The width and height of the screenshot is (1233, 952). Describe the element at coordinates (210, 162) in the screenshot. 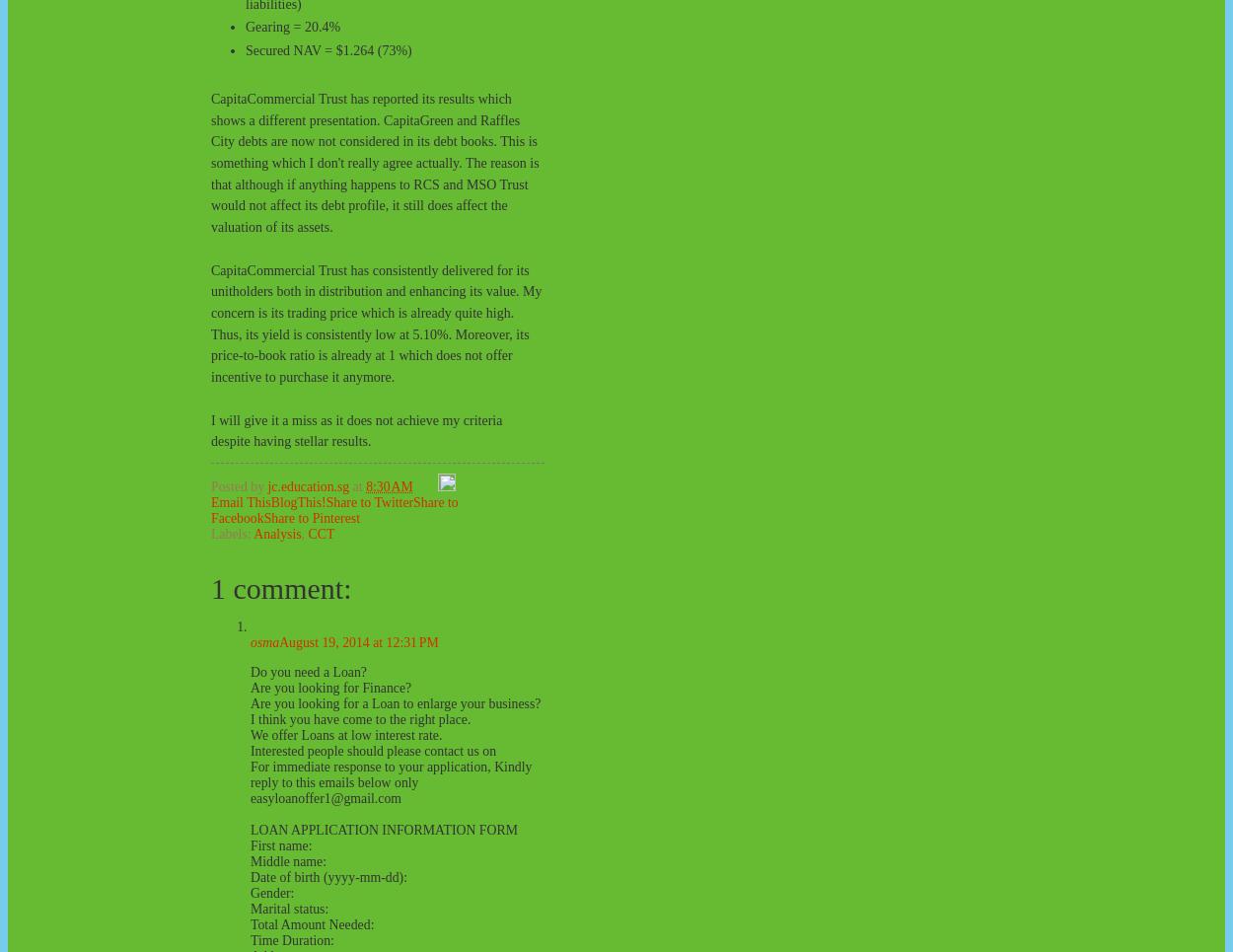

I see `'CapitaCommercial Trust has reported its results which shows a different presentation. CapitaGreen and Raffles City debts are now not considered in its debt books. This is something which I don't really agree actually. The reason is that although if anything happens to RCS and MSO Trust would not affect its debt profile, it still does affect the valuation of its assets.'` at that location.